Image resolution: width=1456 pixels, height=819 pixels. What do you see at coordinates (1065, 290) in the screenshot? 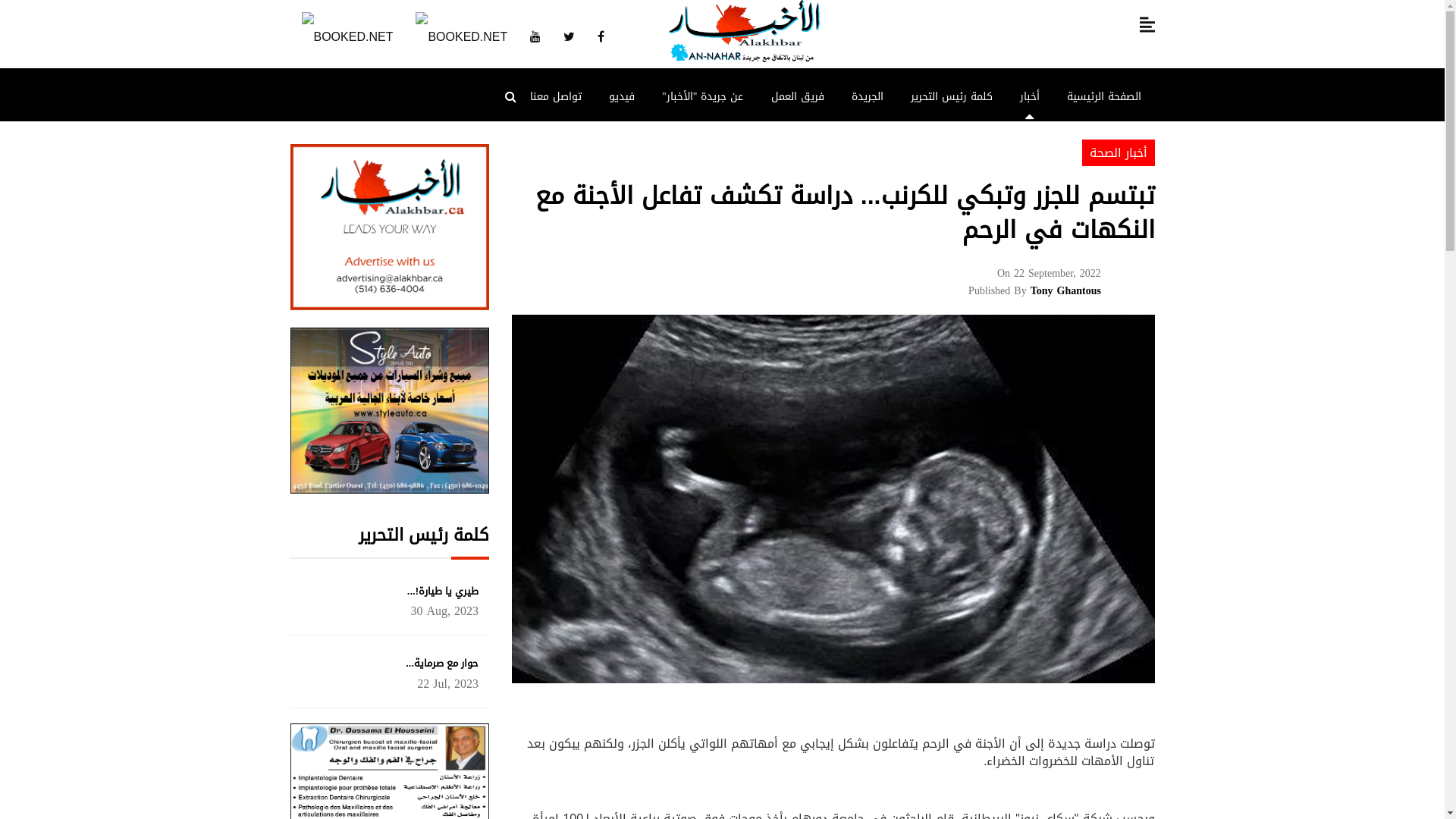
I see `'Tony Ghantous'` at bounding box center [1065, 290].